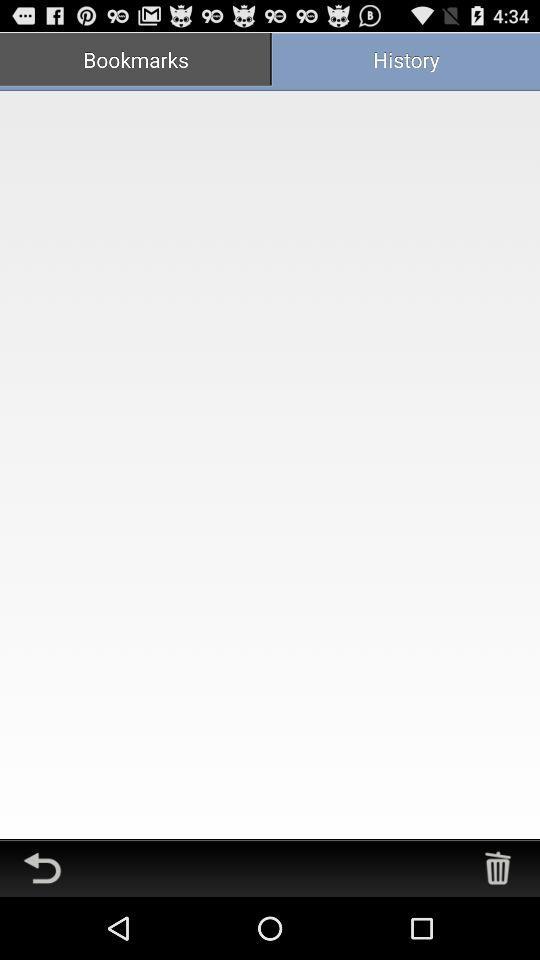 This screenshot has width=540, height=960. Describe the element at coordinates (42, 929) in the screenshot. I see `the undo icon` at that location.